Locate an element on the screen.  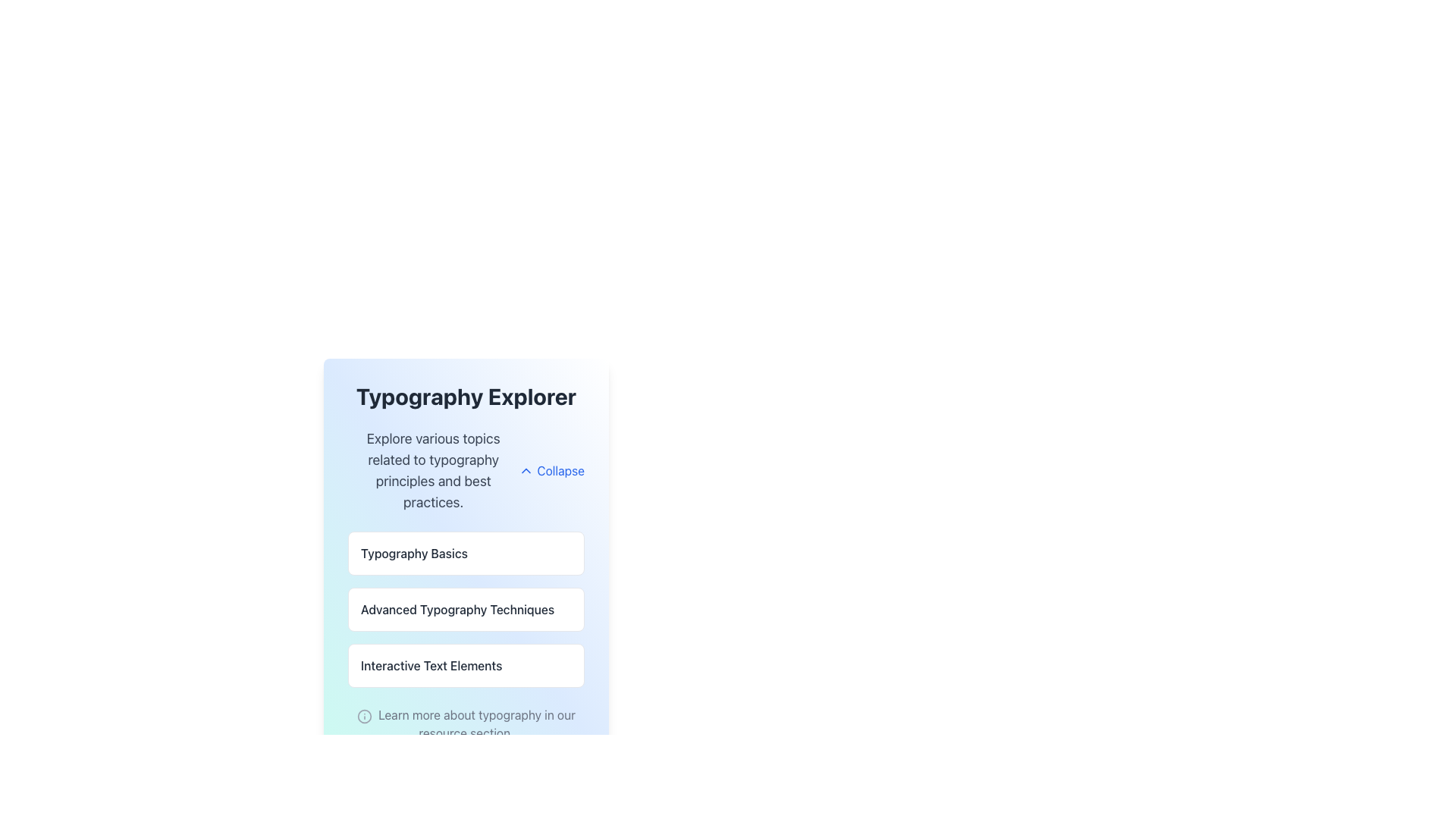
the text label displaying 'Interactive Text Elements' in dark gray, located below the header 'Typography Explorer' and above the informational section is located at coordinates (431, 665).